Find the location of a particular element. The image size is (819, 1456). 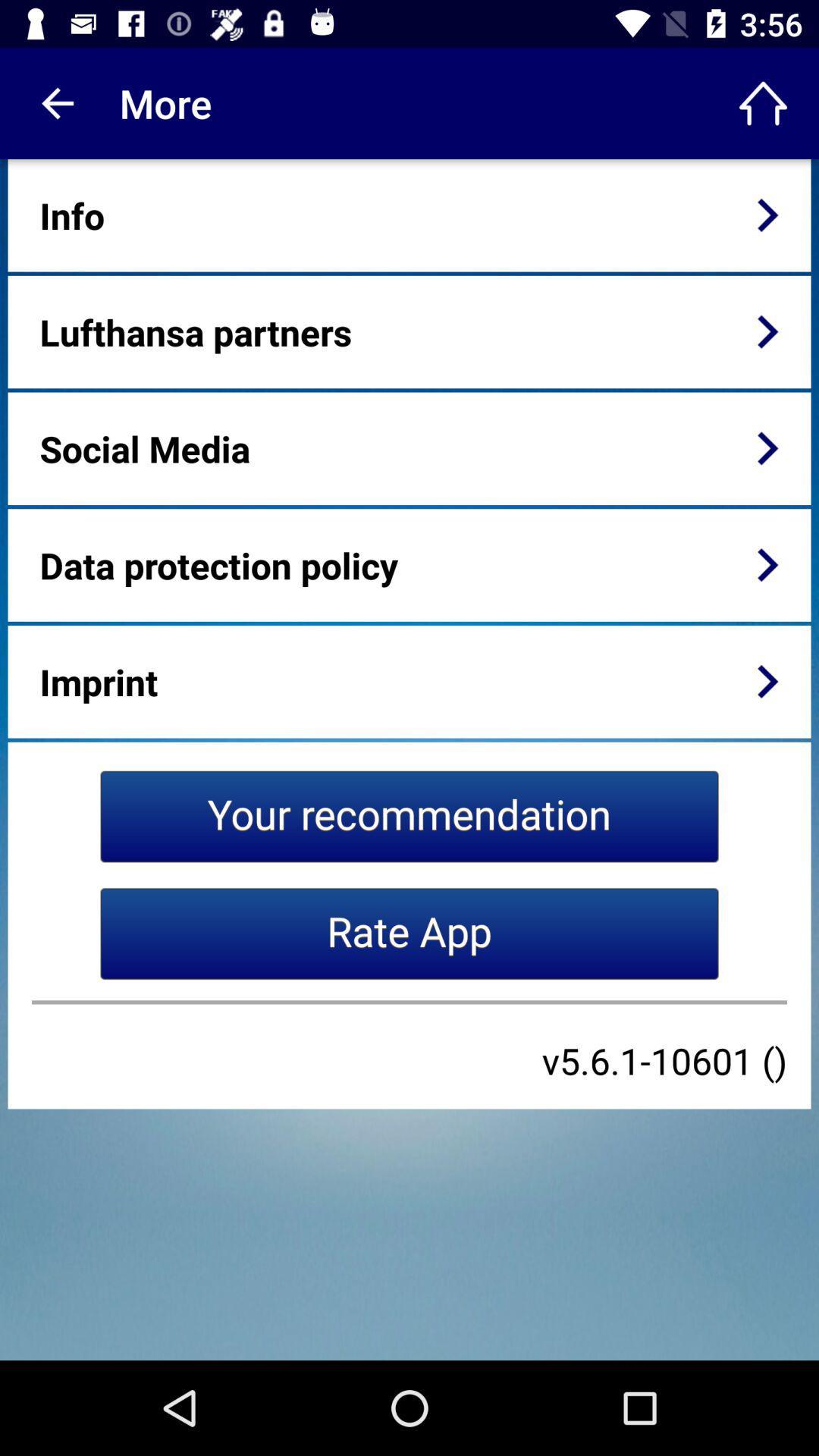

imprint is located at coordinates (99, 681).